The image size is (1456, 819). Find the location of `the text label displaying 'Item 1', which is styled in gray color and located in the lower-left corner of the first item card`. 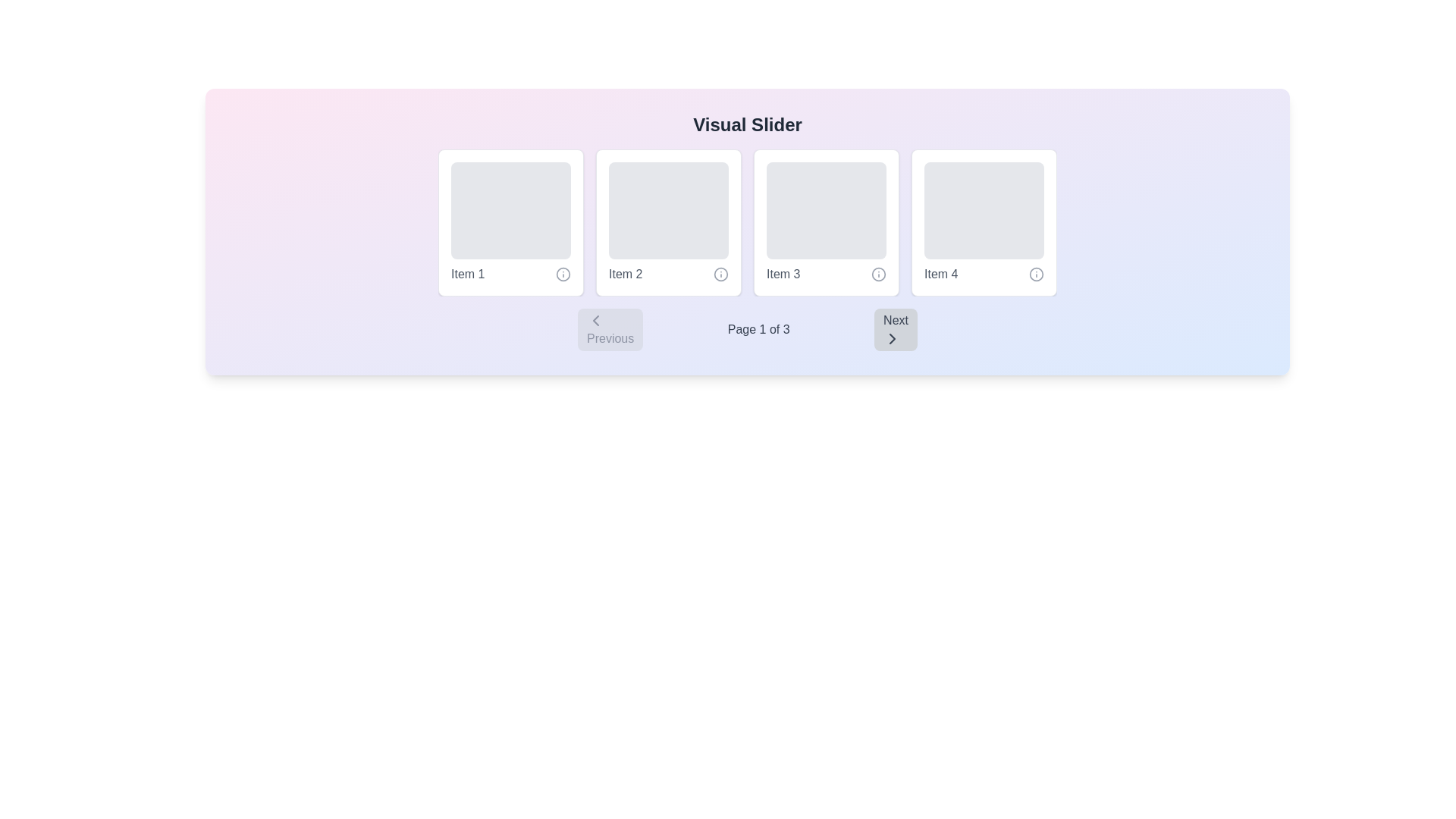

the text label displaying 'Item 1', which is styled in gray color and located in the lower-left corner of the first item card is located at coordinates (467, 275).